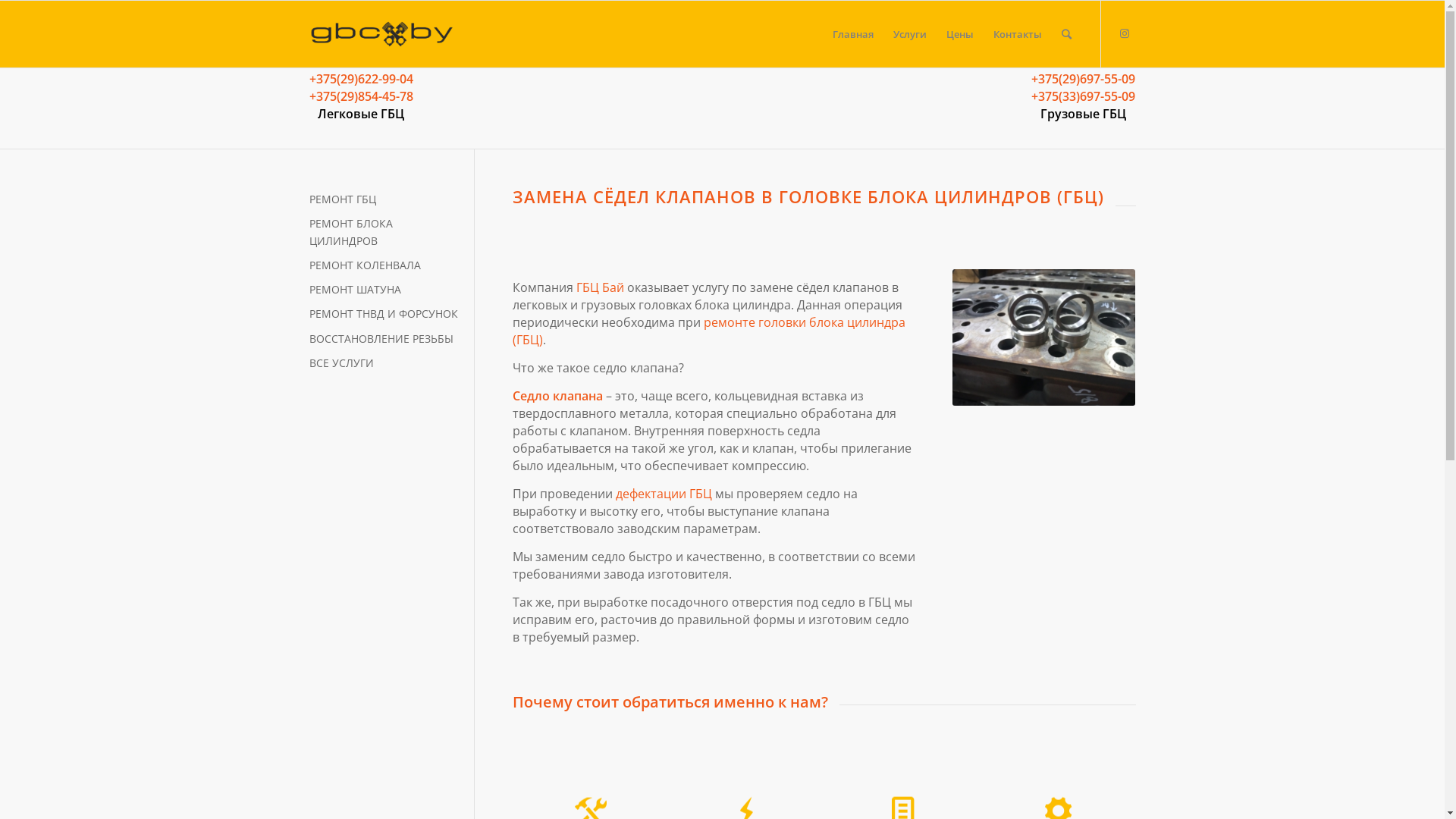 This screenshot has width=1456, height=819. I want to click on 'Instagram', so click(1113, 33).